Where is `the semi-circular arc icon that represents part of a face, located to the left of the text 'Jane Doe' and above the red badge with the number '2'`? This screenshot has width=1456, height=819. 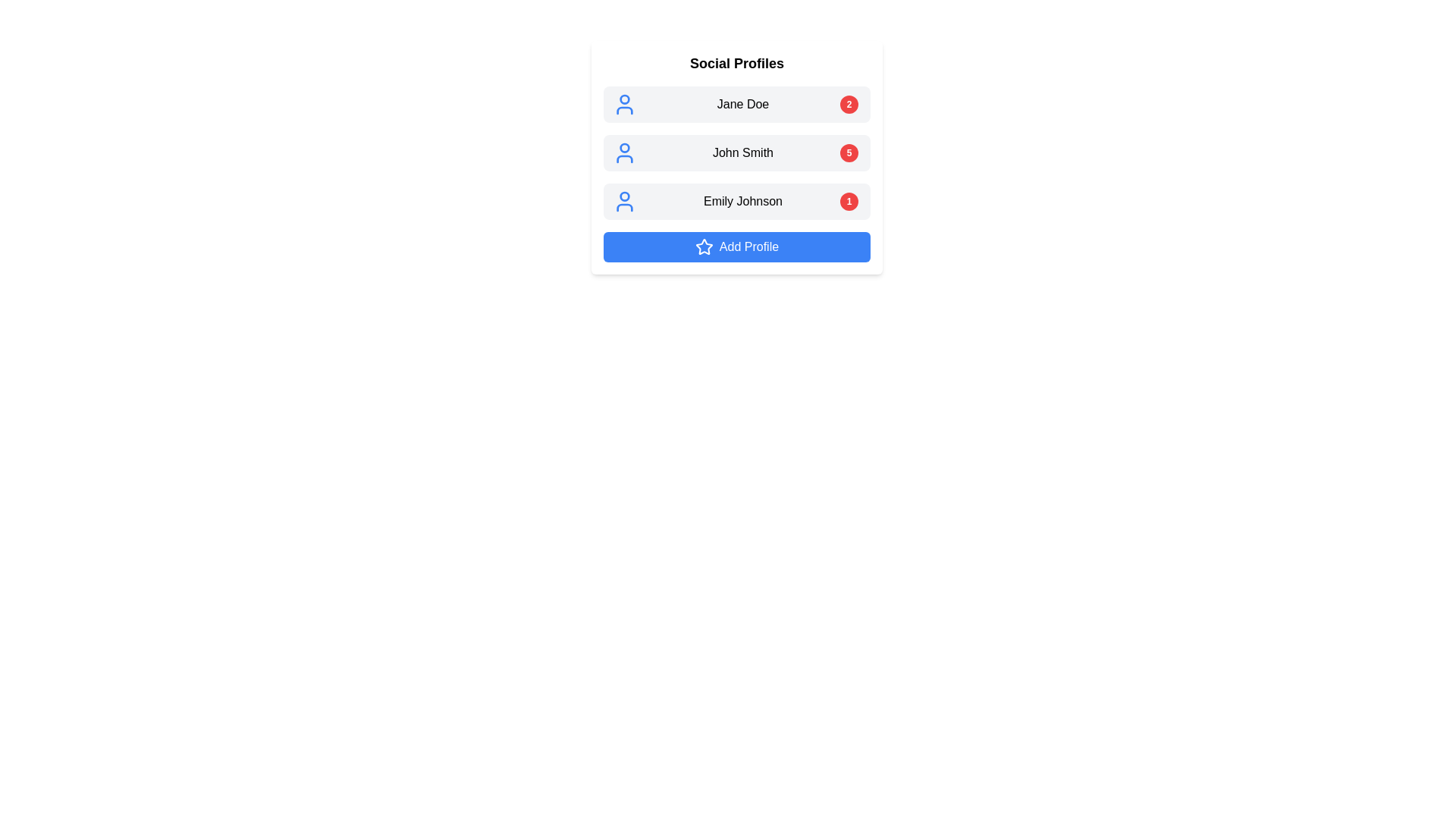 the semi-circular arc icon that represents part of a face, located to the left of the text 'Jane Doe' and above the red badge with the number '2' is located at coordinates (625, 110).